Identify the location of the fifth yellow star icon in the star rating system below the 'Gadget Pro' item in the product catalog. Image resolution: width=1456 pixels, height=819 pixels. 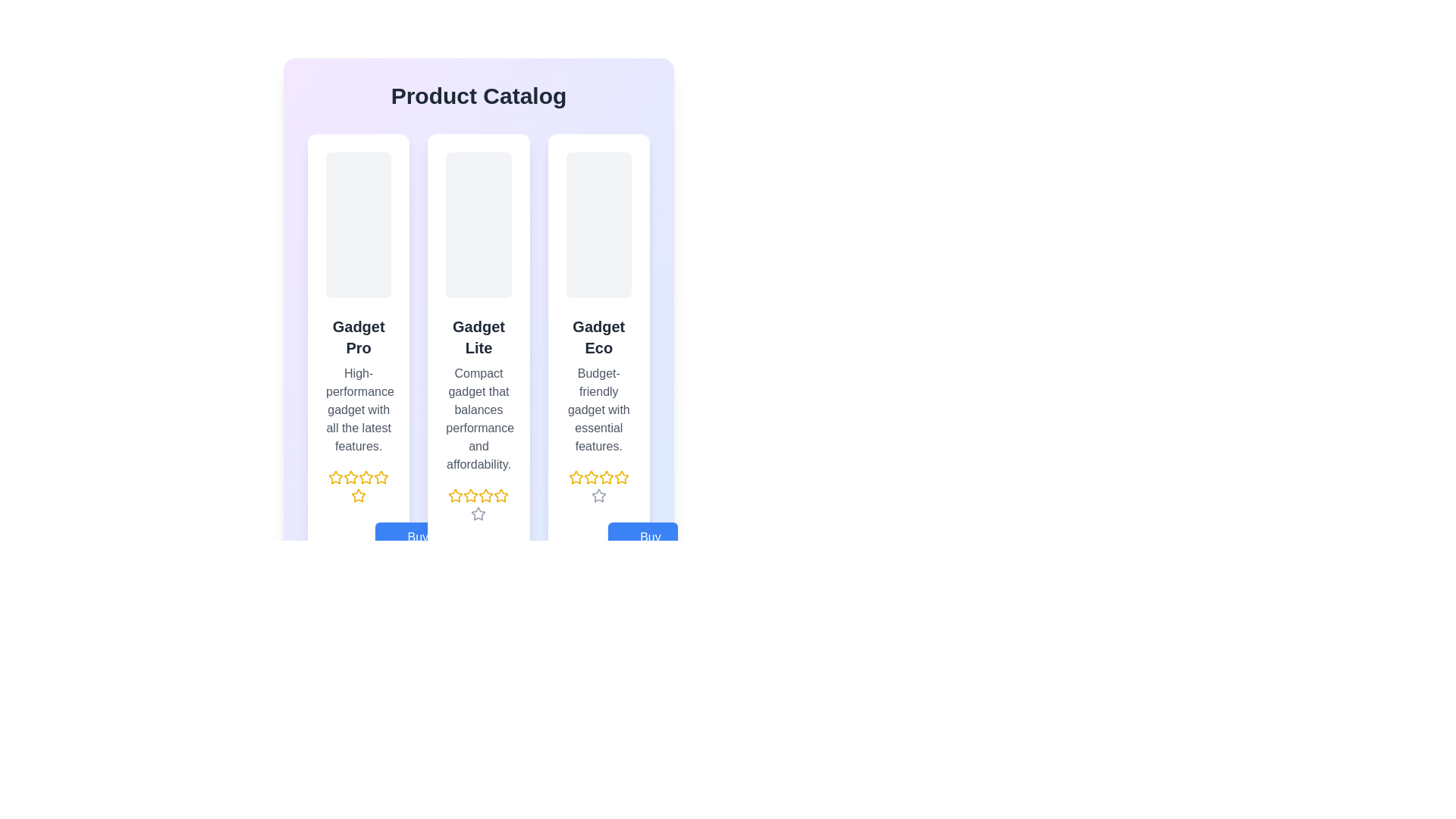
(366, 476).